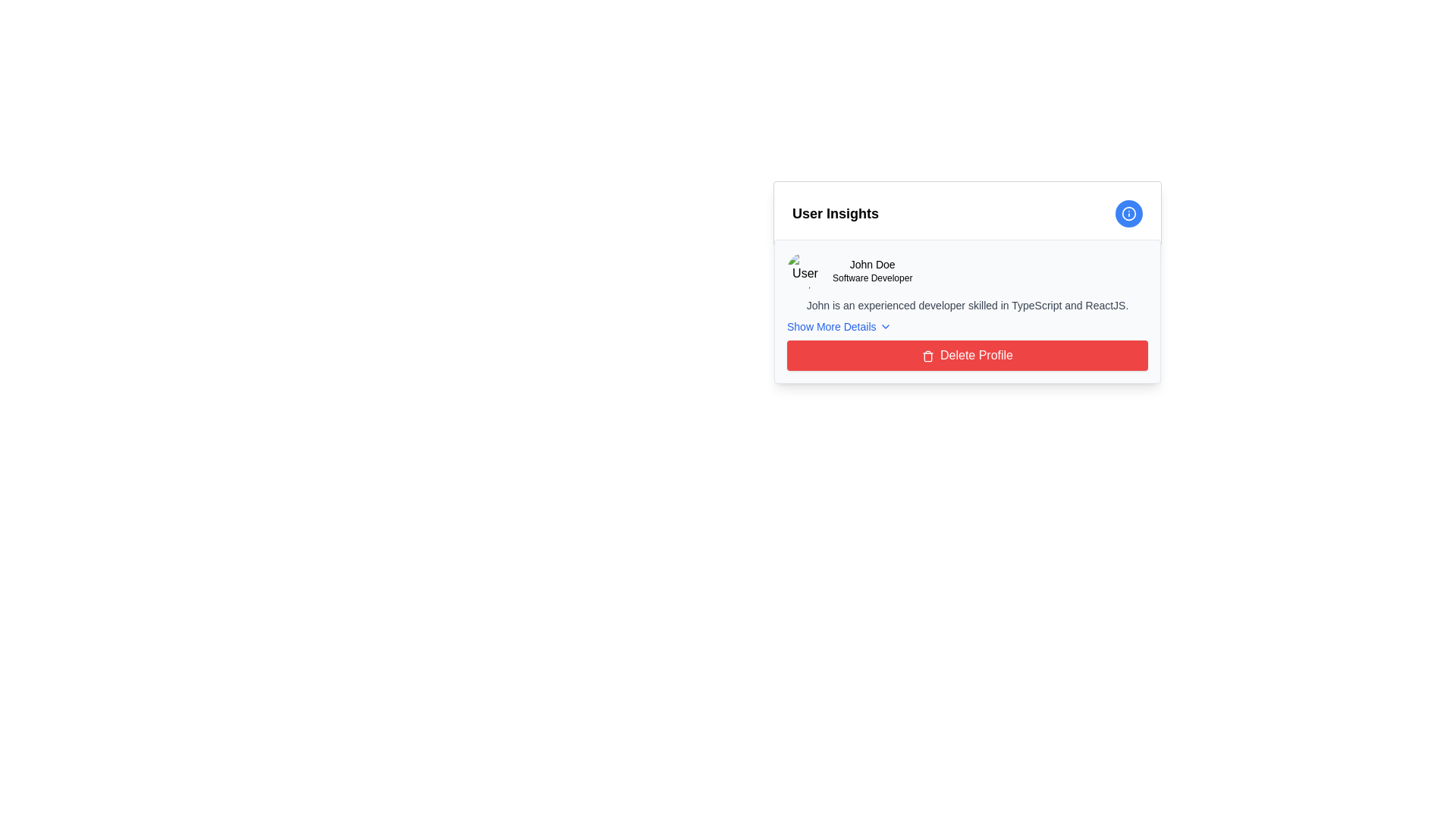 This screenshot has height=819, width=1456. Describe the element at coordinates (967, 305) in the screenshot. I see `text that states: 'John is an experienced developer skilled in TypeScript and ReactJS.' which is styled with a smaller font size and gray color, located in the 'User Insights' section, above the 'Show More Details' text` at that location.